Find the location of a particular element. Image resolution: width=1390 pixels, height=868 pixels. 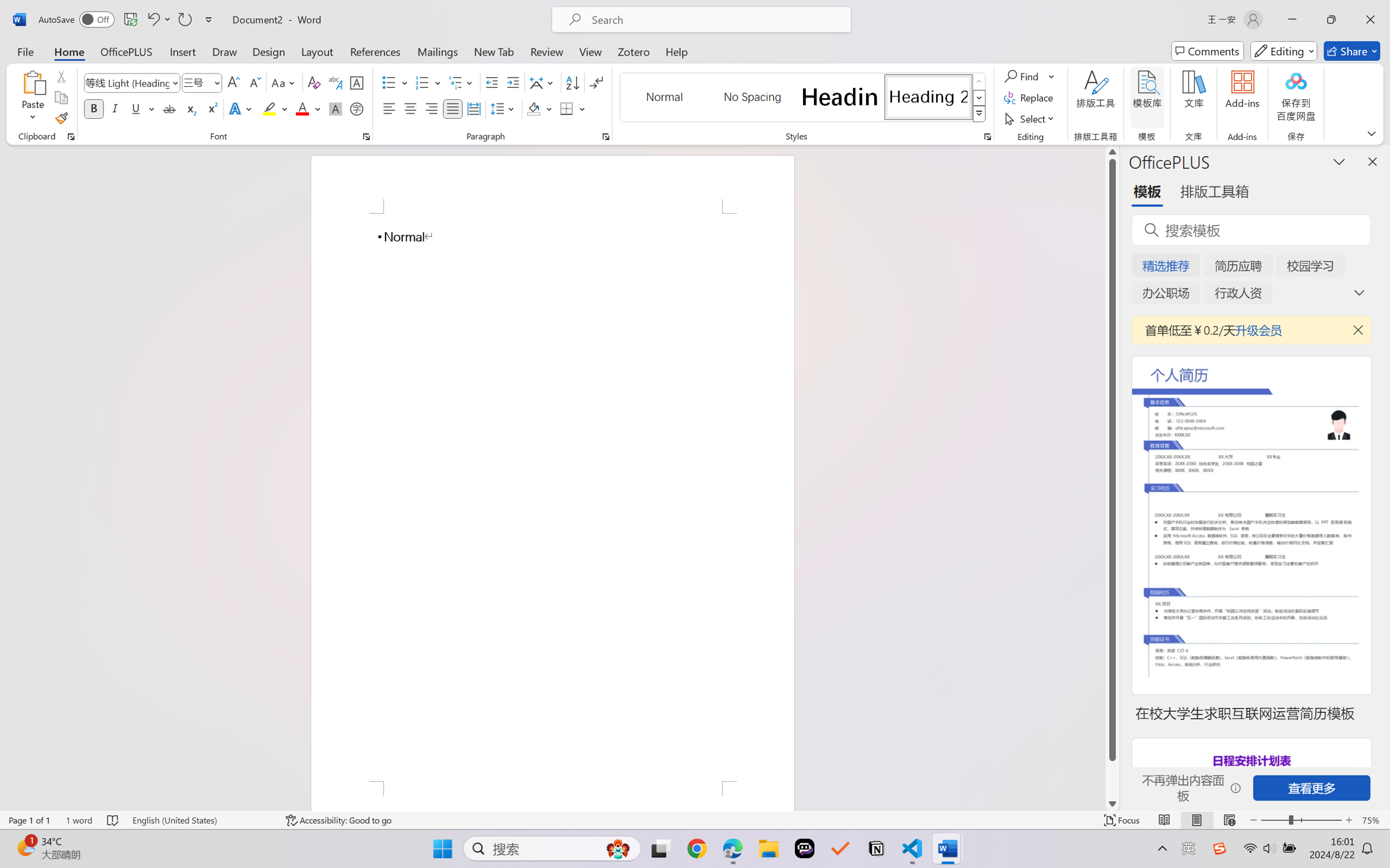

'Word Count 1 word' is located at coordinates (79, 820).